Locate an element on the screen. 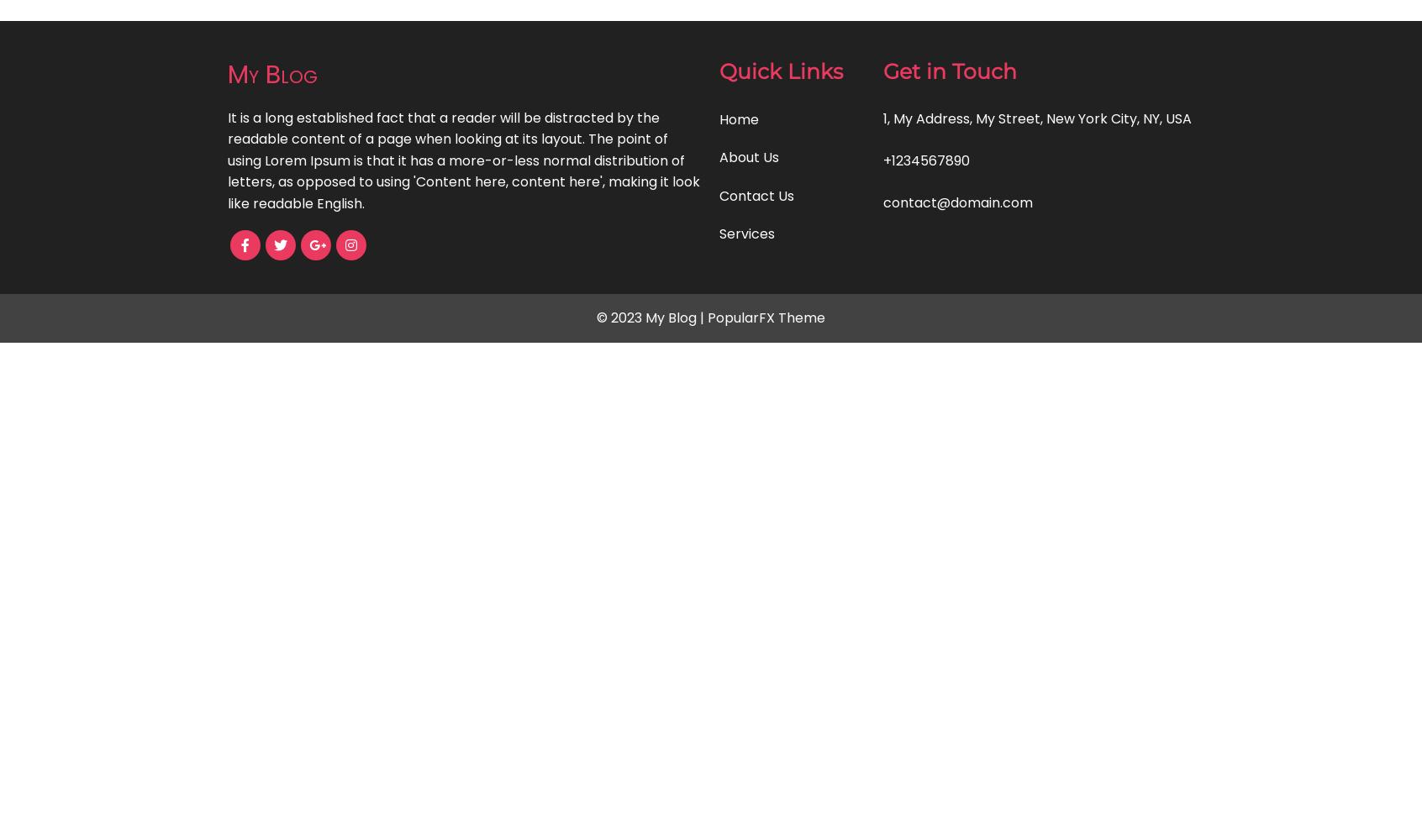  '+1234567890' is located at coordinates (882, 159).